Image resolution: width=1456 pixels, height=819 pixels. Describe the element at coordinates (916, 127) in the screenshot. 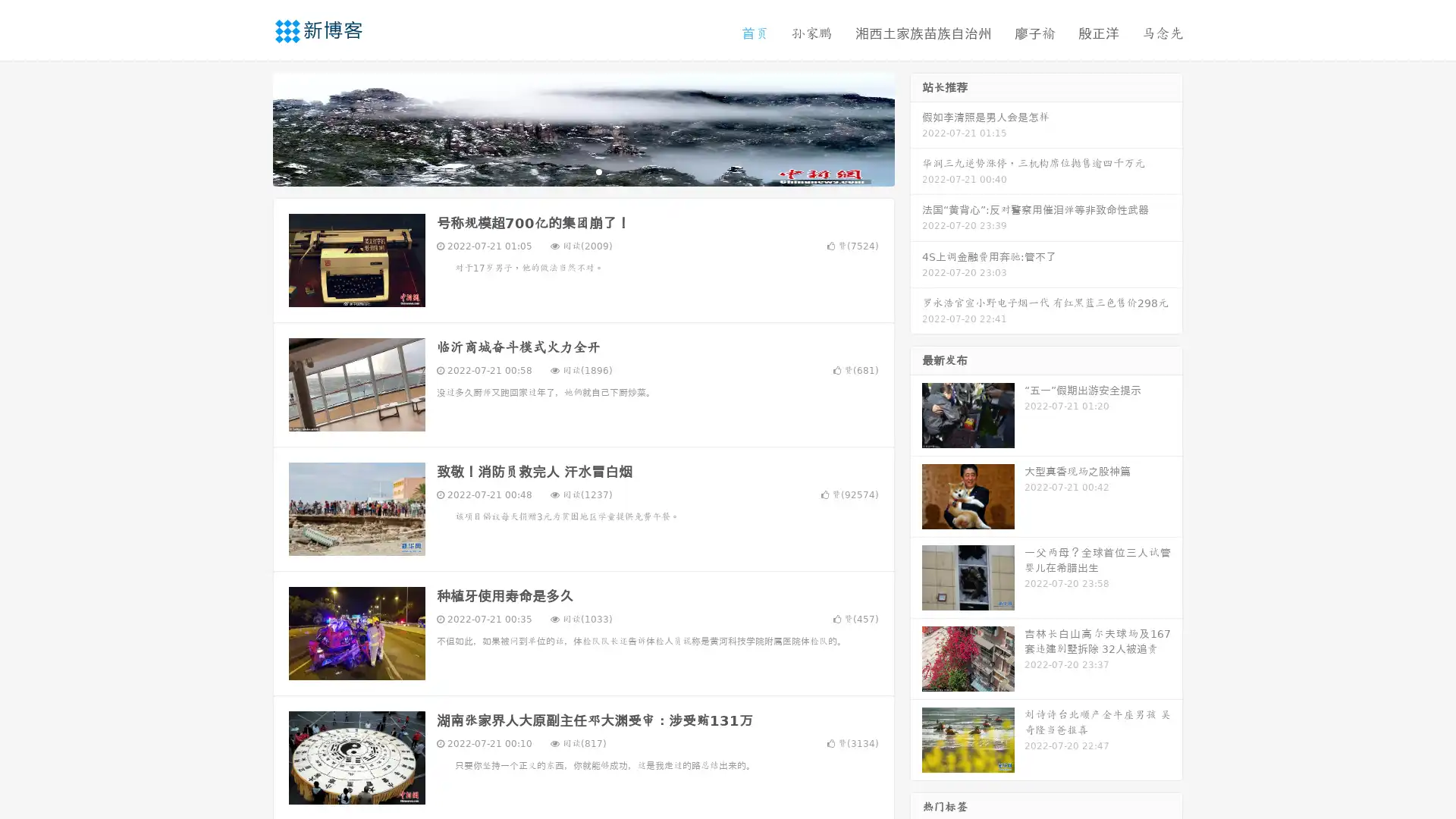

I see `Next slide` at that location.